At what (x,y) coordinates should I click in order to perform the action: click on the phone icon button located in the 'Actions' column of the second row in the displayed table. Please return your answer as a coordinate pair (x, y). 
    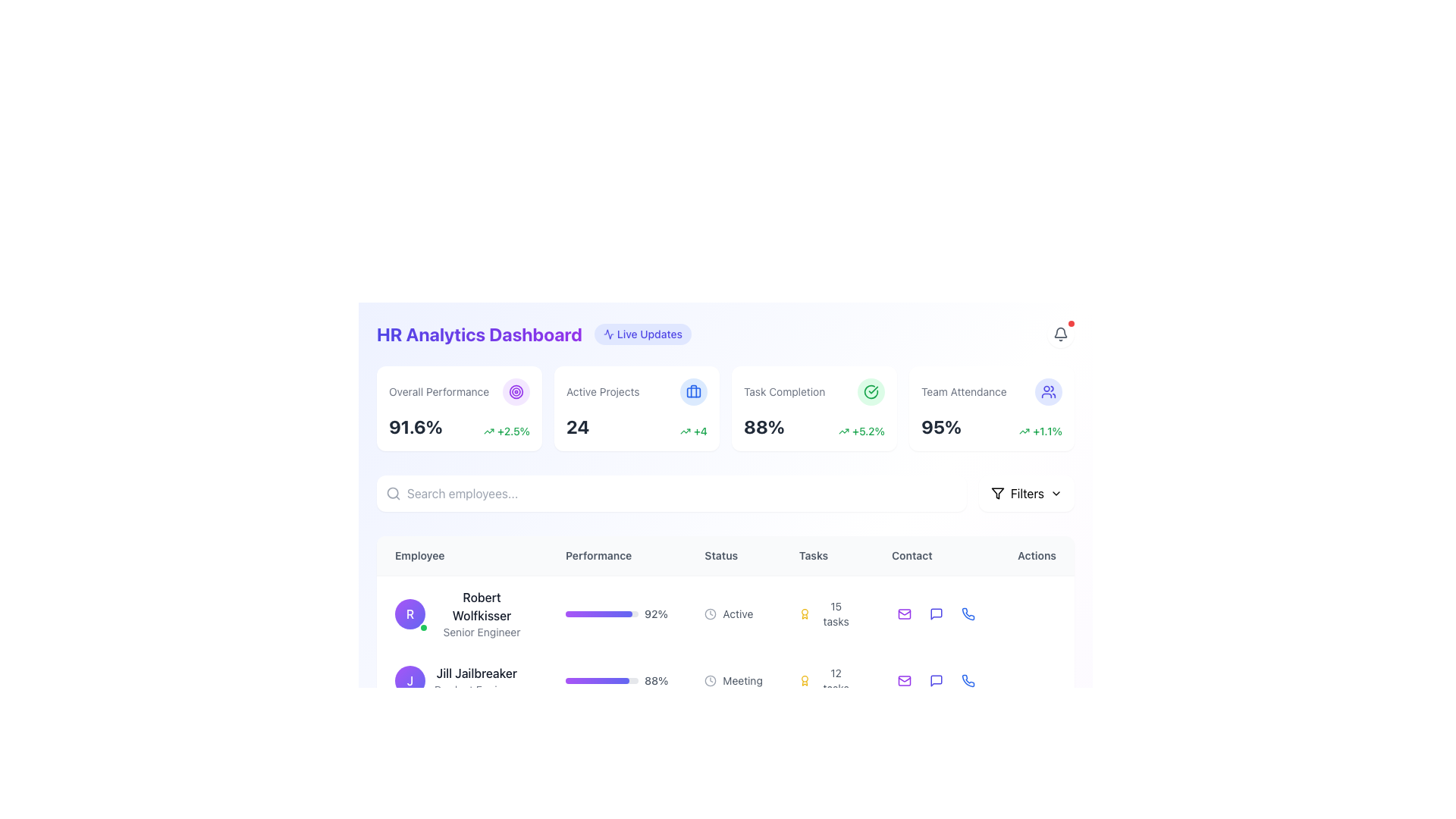
    Looking at the image, I should click on (967, 680).